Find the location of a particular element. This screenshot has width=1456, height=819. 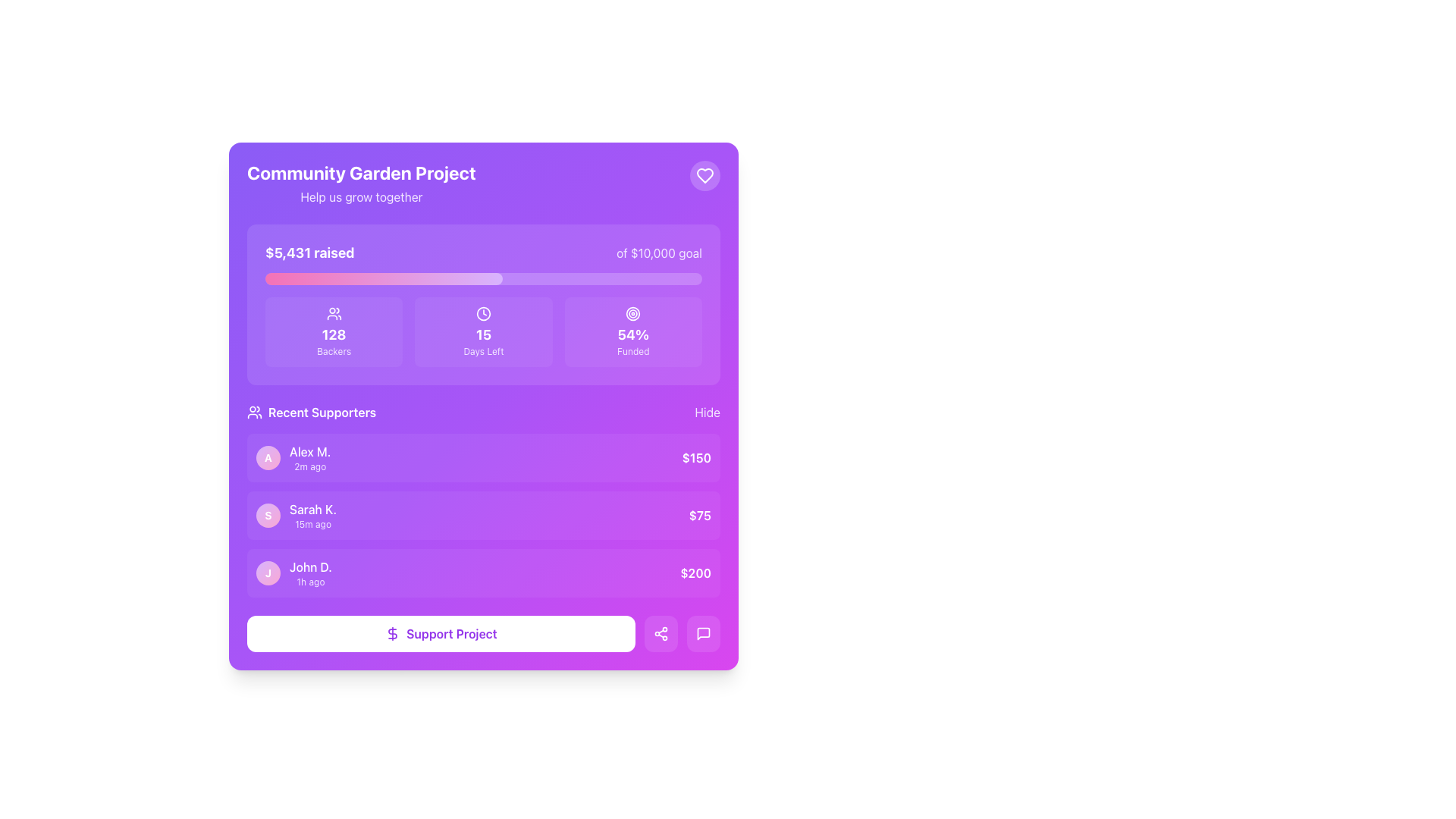

the small clock icon, which is an SVG graphic with a circle shape and clock hands, located in the second card displaying '15 Days Left' is located at coordinates (483, 312).